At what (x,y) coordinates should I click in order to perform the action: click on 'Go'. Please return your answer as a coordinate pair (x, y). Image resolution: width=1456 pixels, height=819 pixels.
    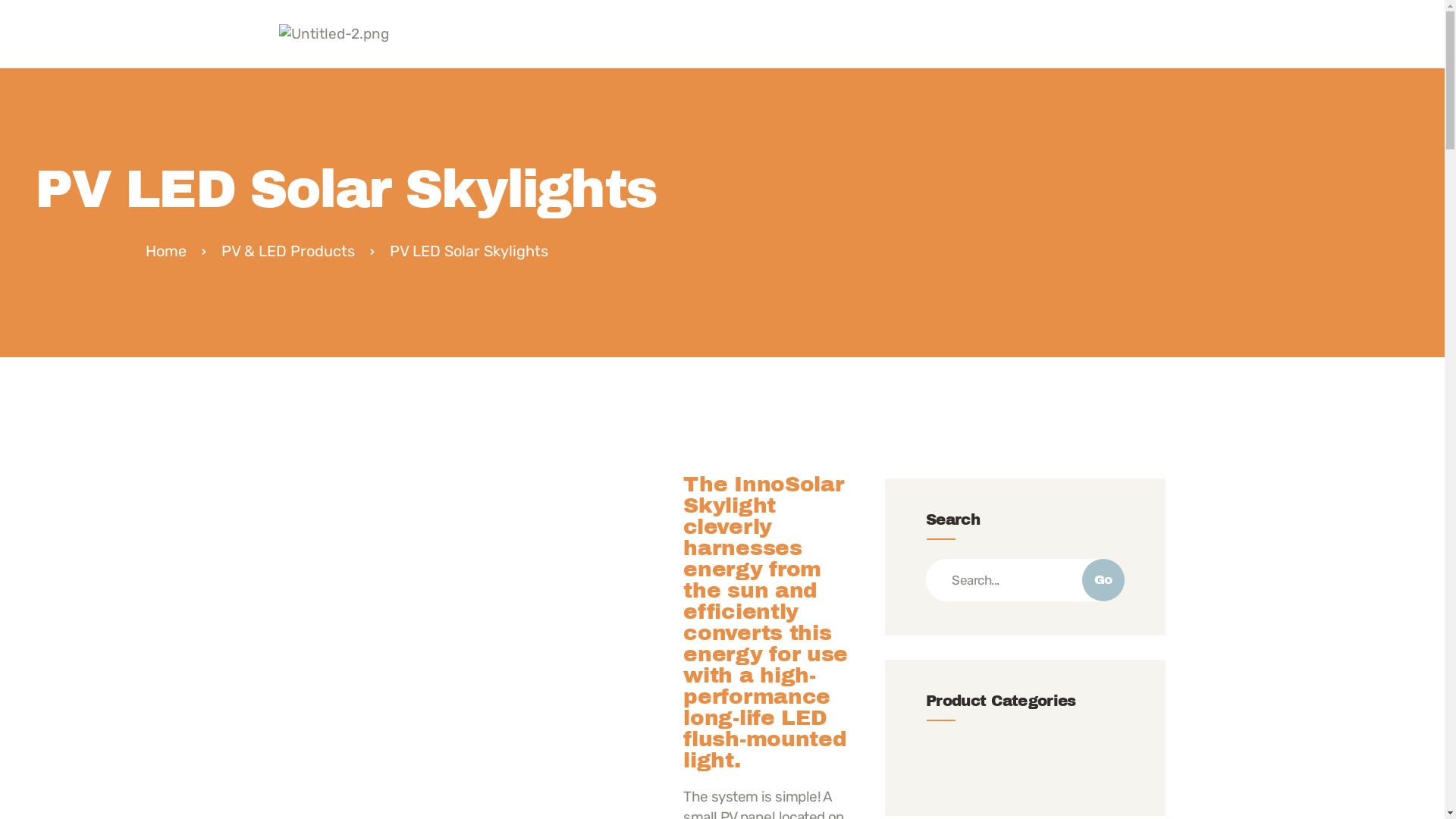
    Looking at the image, I should click on (1103, 579).